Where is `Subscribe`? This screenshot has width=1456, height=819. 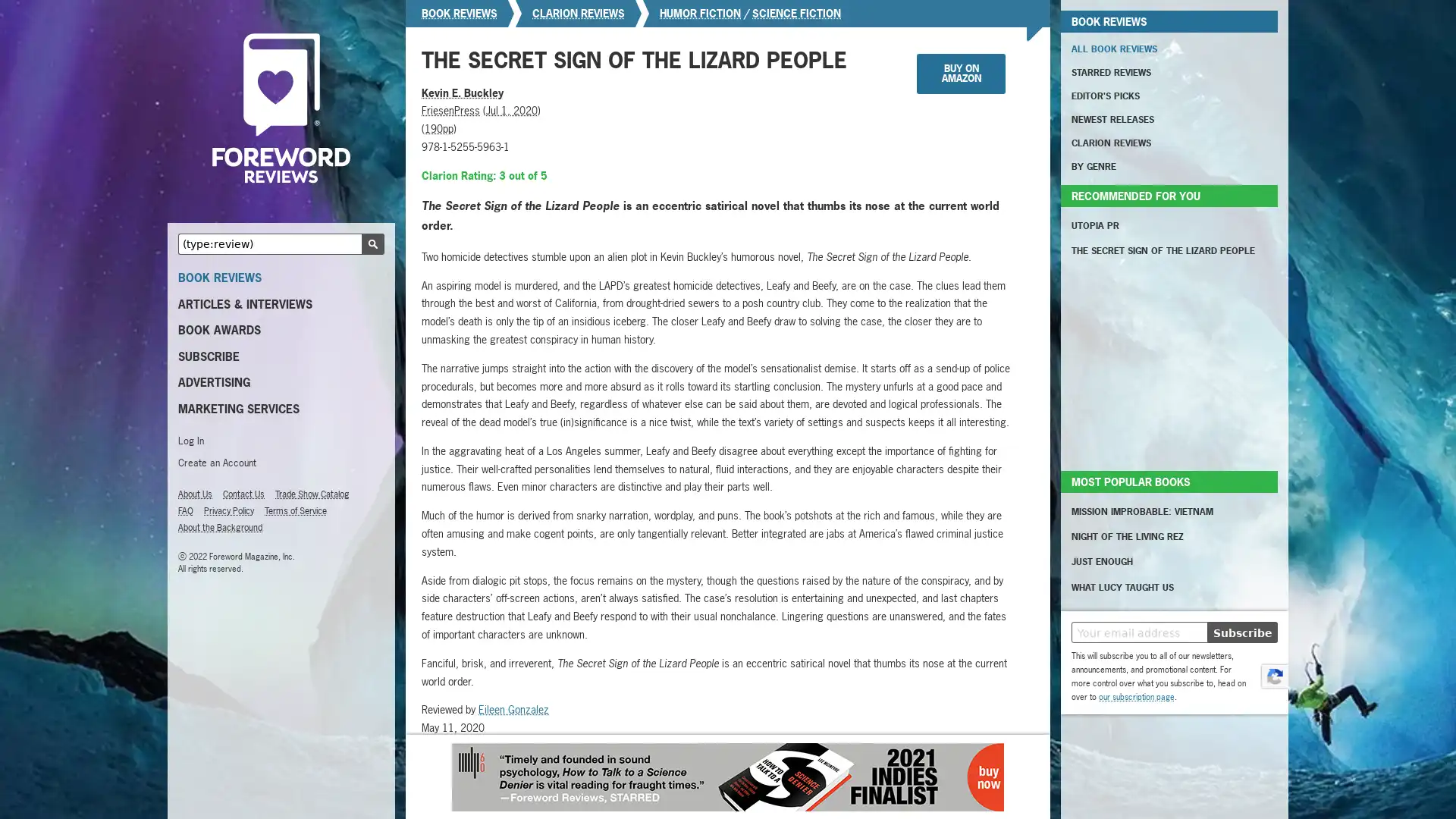 Subscribe is located at coordinates (1242, 632).